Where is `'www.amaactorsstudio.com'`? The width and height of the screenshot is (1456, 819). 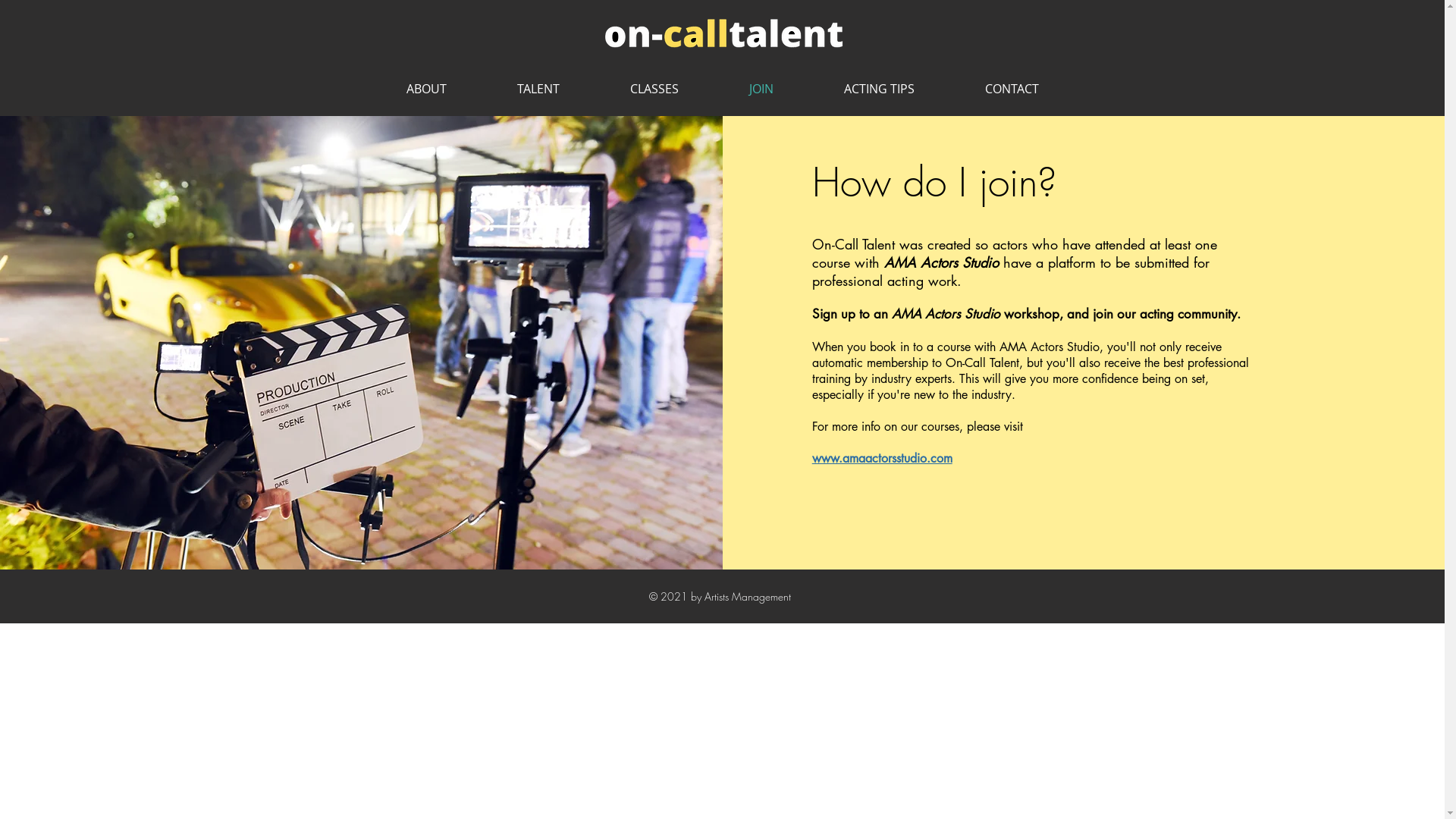 'www.amaactorsstudio.com' is located at coordinates (811, 457).